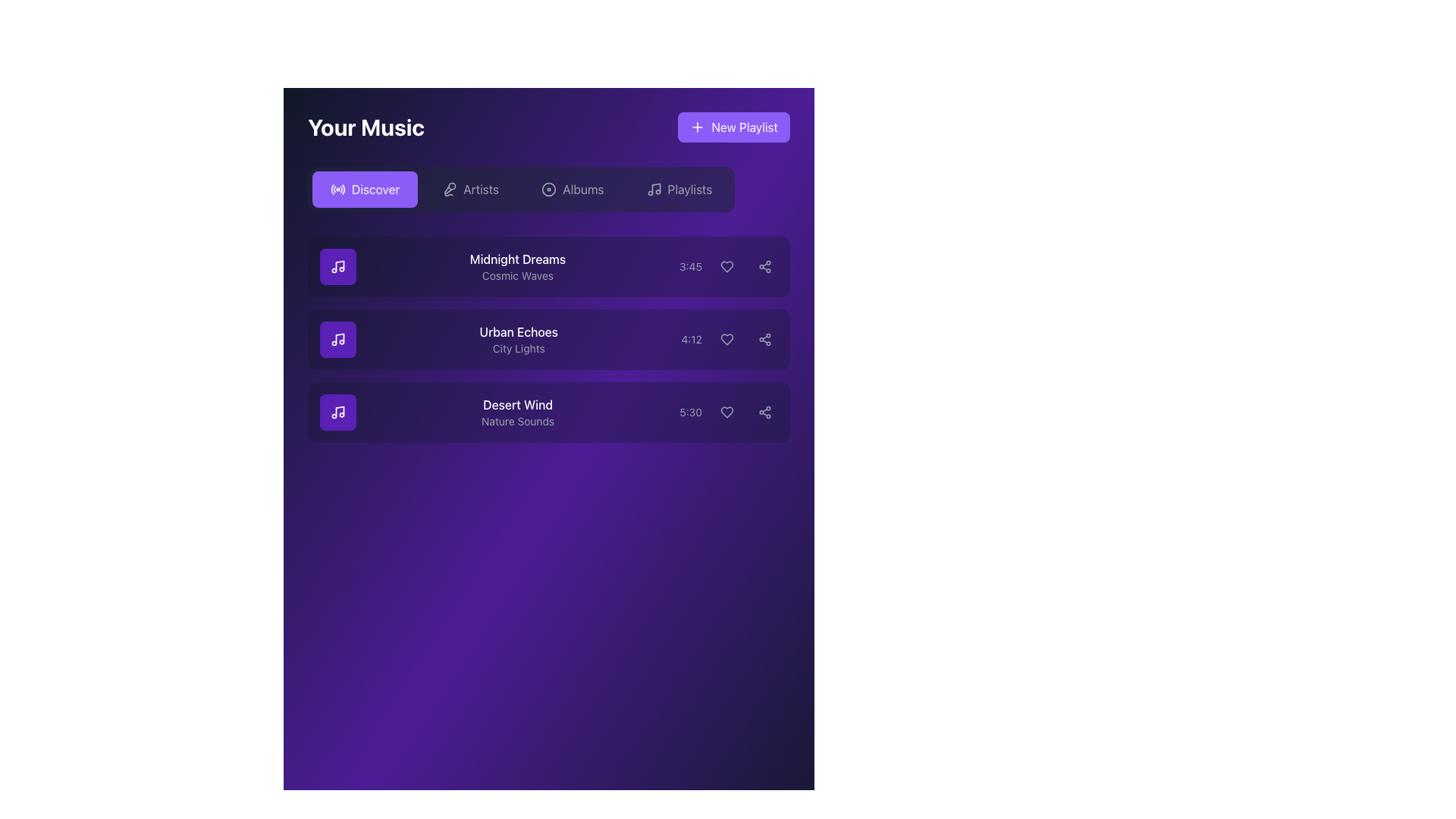 The image size is (1456, 819). I want to click on the 'Albums' button, so click(571, 189).